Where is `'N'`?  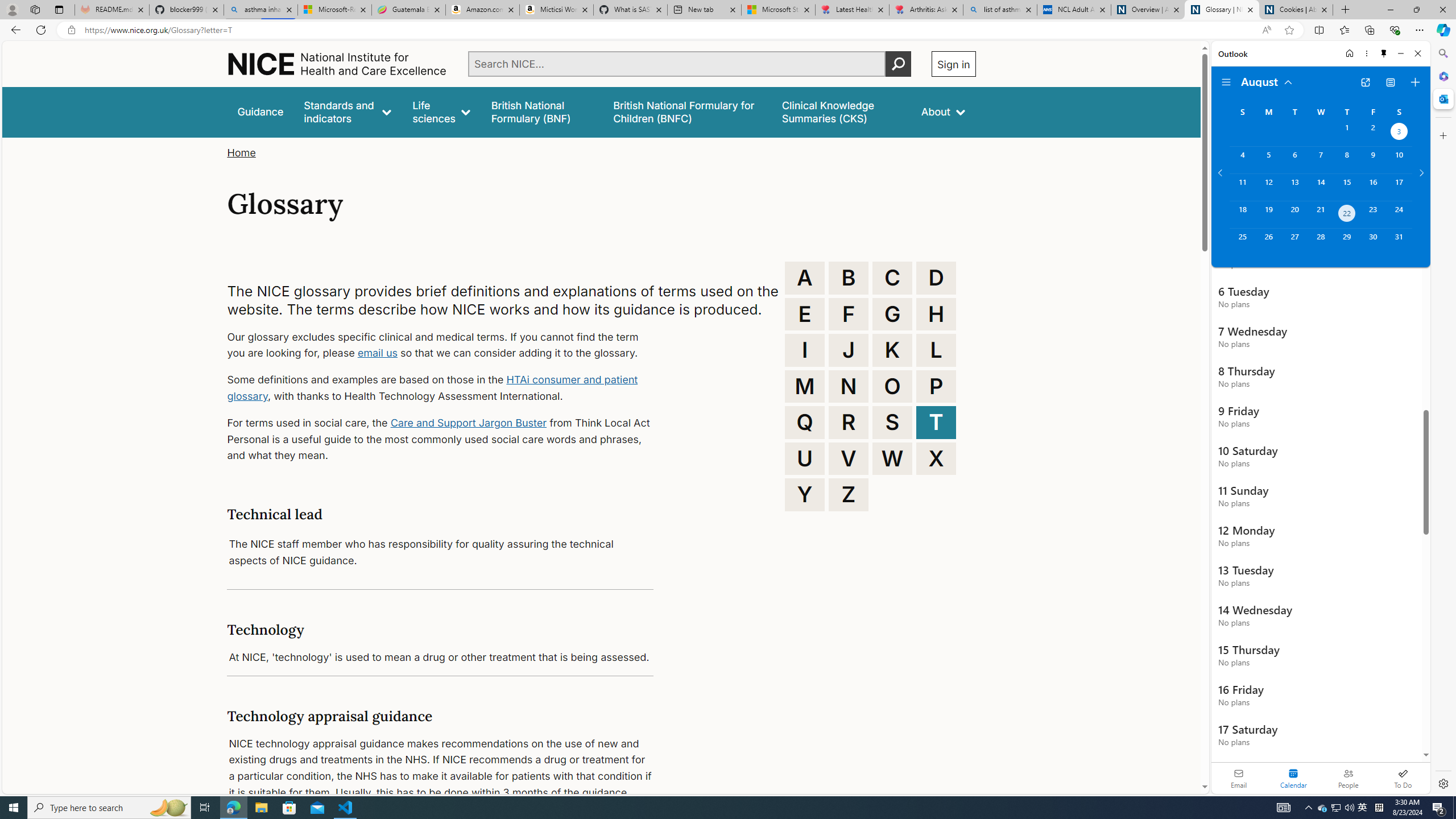
'N' is located at coordinates (848, 385).